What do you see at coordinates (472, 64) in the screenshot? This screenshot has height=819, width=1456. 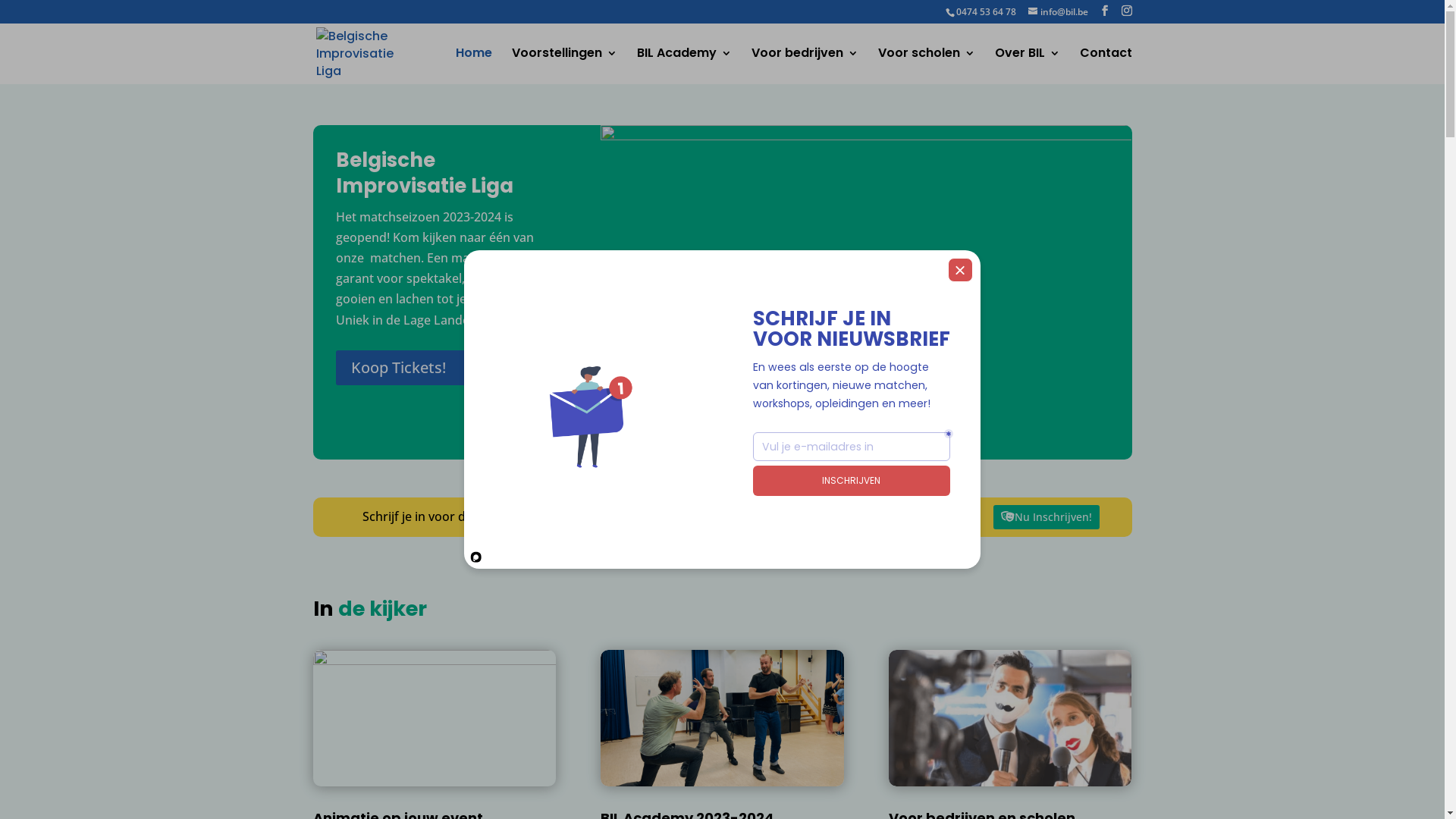 I see `'Home'` at bounding box center [472, 64].